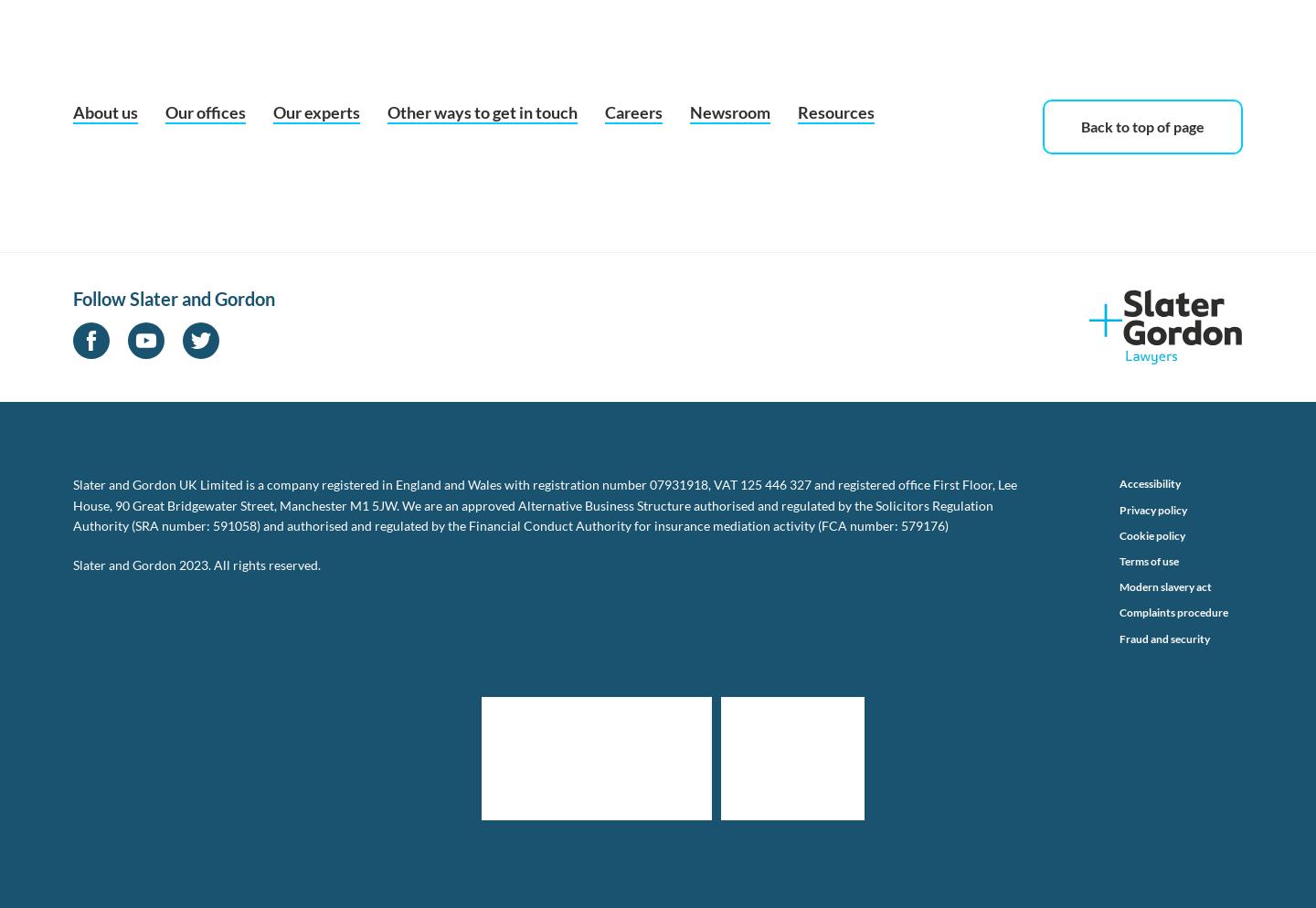 The height and width of the screenshot is (908, 1316). Describe the element at coordinates (1164, 637) in the screenshot. I see `'Fraud and security'` at that location.